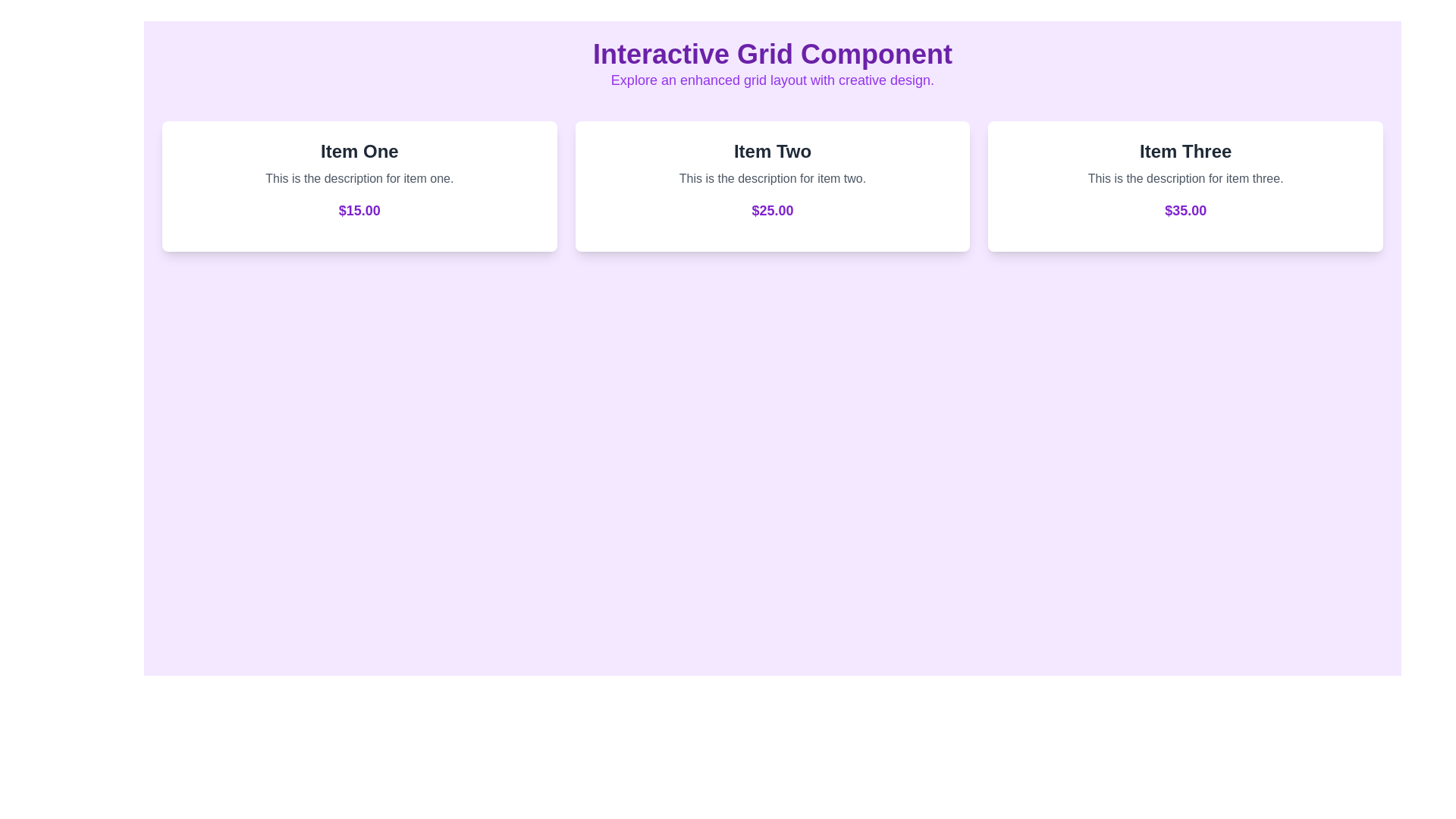  I want to click on the text label displaying 'Item Three', which is centrally aligned in the third card above the descriptive text and price tag, so click(1185, 152).